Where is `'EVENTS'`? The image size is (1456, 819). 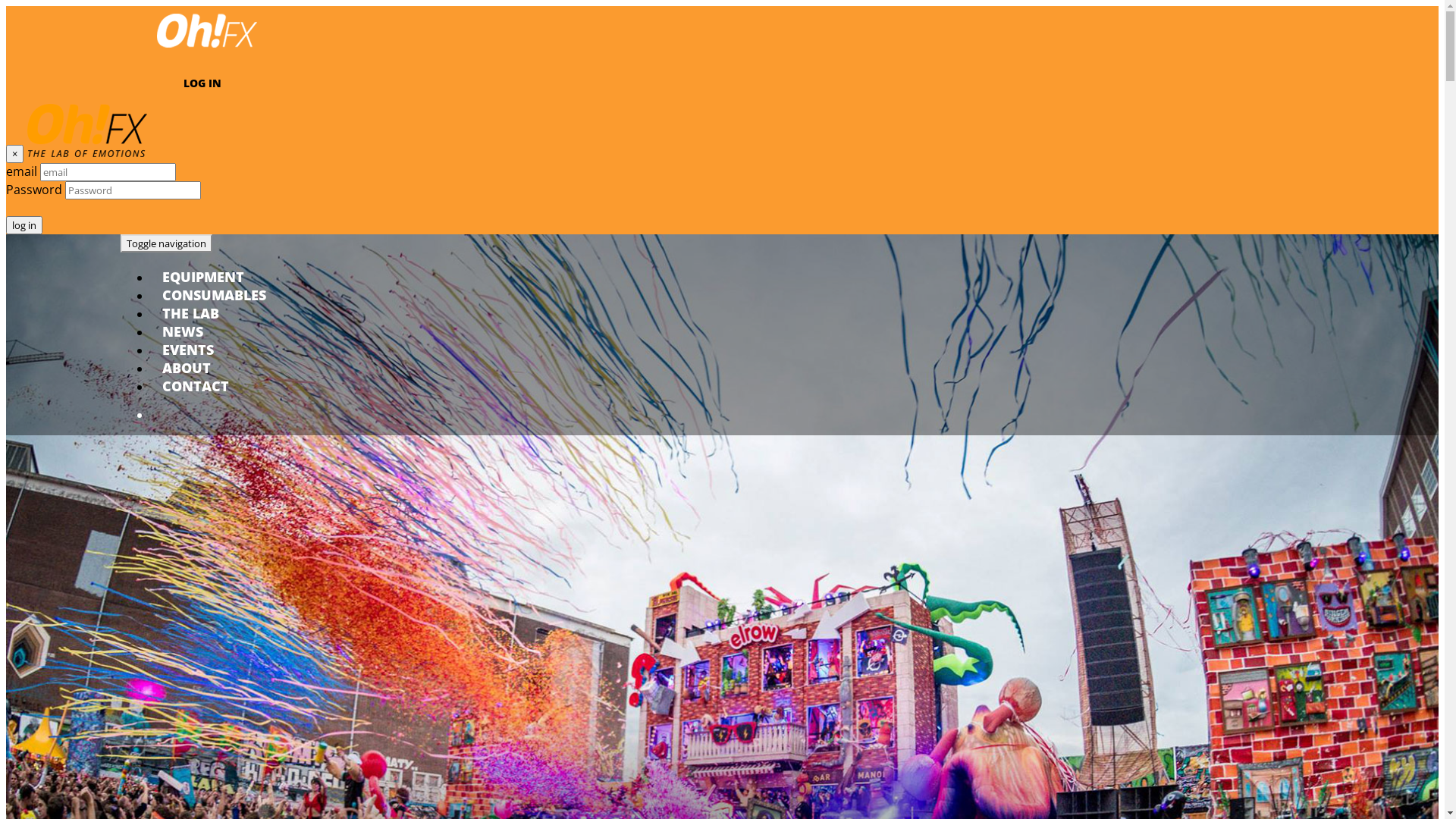 'EVENTS' is located at coordinates (187, 350).